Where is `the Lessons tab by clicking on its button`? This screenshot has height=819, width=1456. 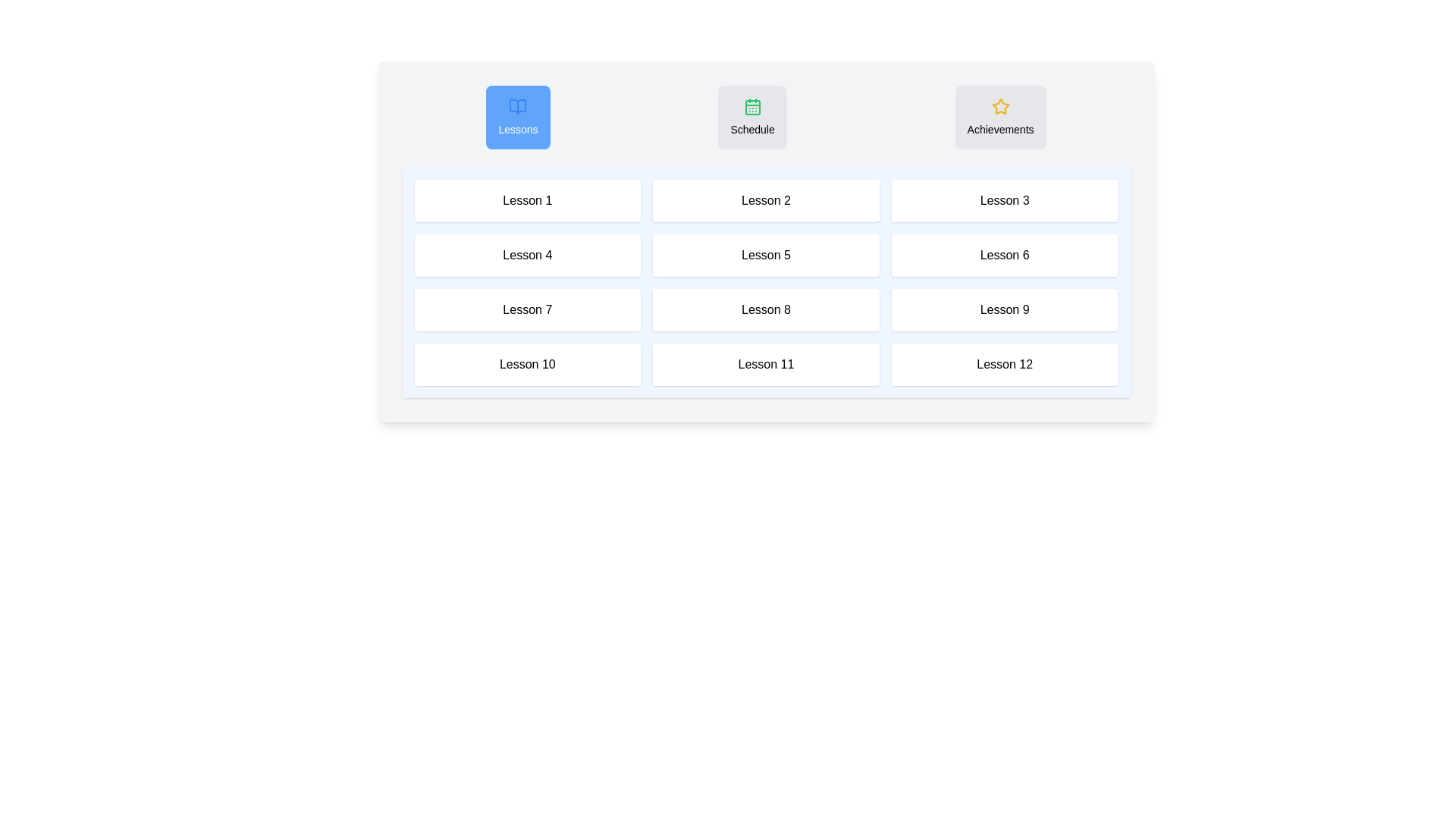 the Lessons tab by clicking on its button is located at coordinates (518, 116).